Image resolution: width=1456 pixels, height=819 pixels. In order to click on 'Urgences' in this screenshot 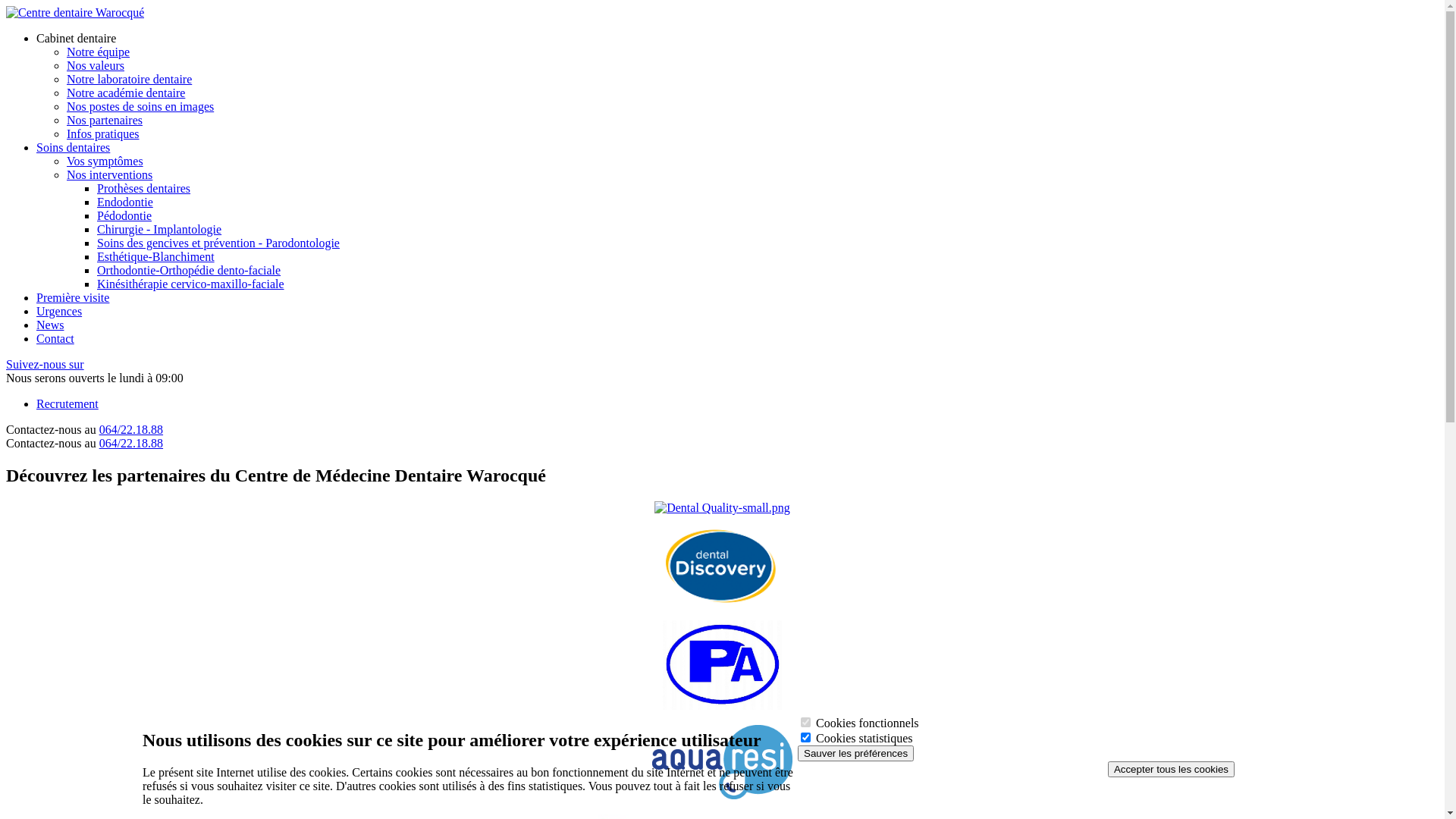, I will do `click(36, 310)`.